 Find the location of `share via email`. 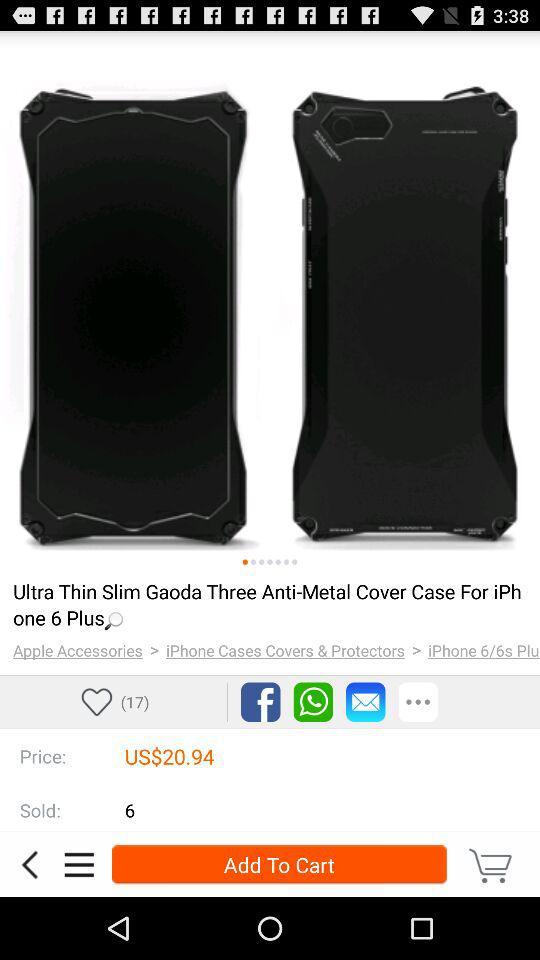

share via email is located at coordinates (364, 702).